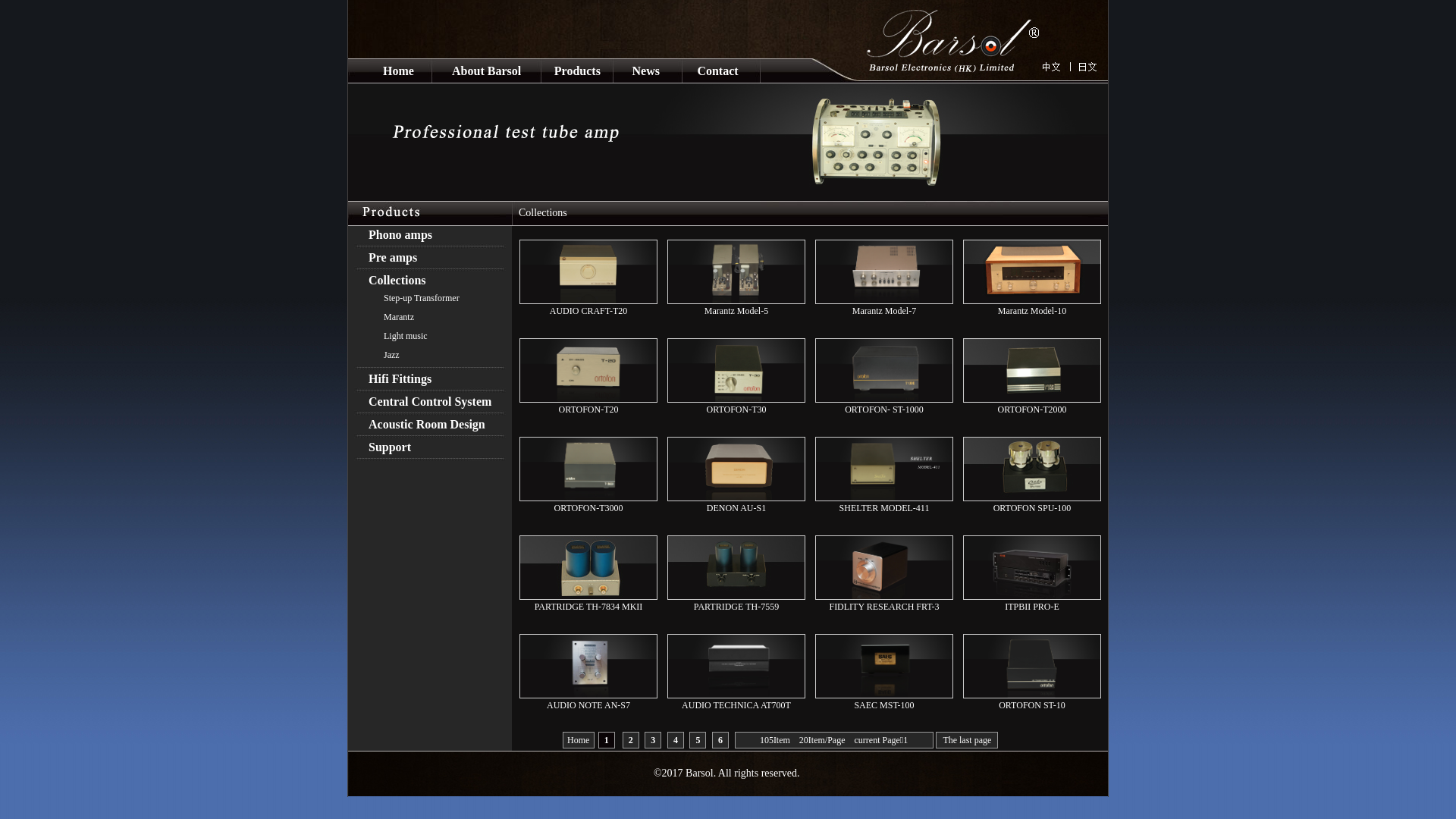 Image resolution: width=1456 pixels, height=819 pixels. What do you see at coordinates (428, 400) in the screenshot?
I see `'Central Control System'` at bounding box center [428, 400].